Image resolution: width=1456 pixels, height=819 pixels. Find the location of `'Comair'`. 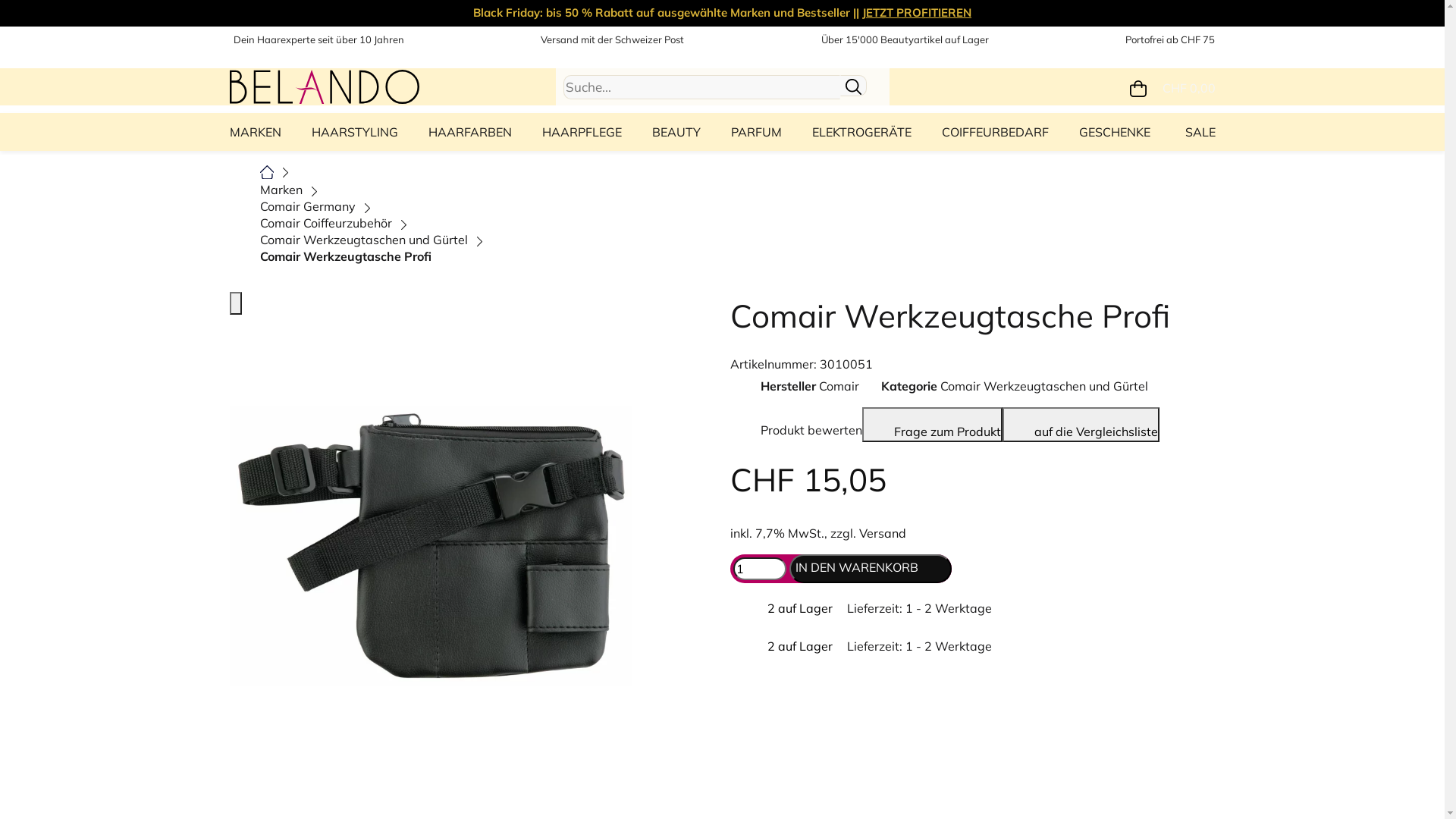

'Comair' is located at coordinates (838, 385).